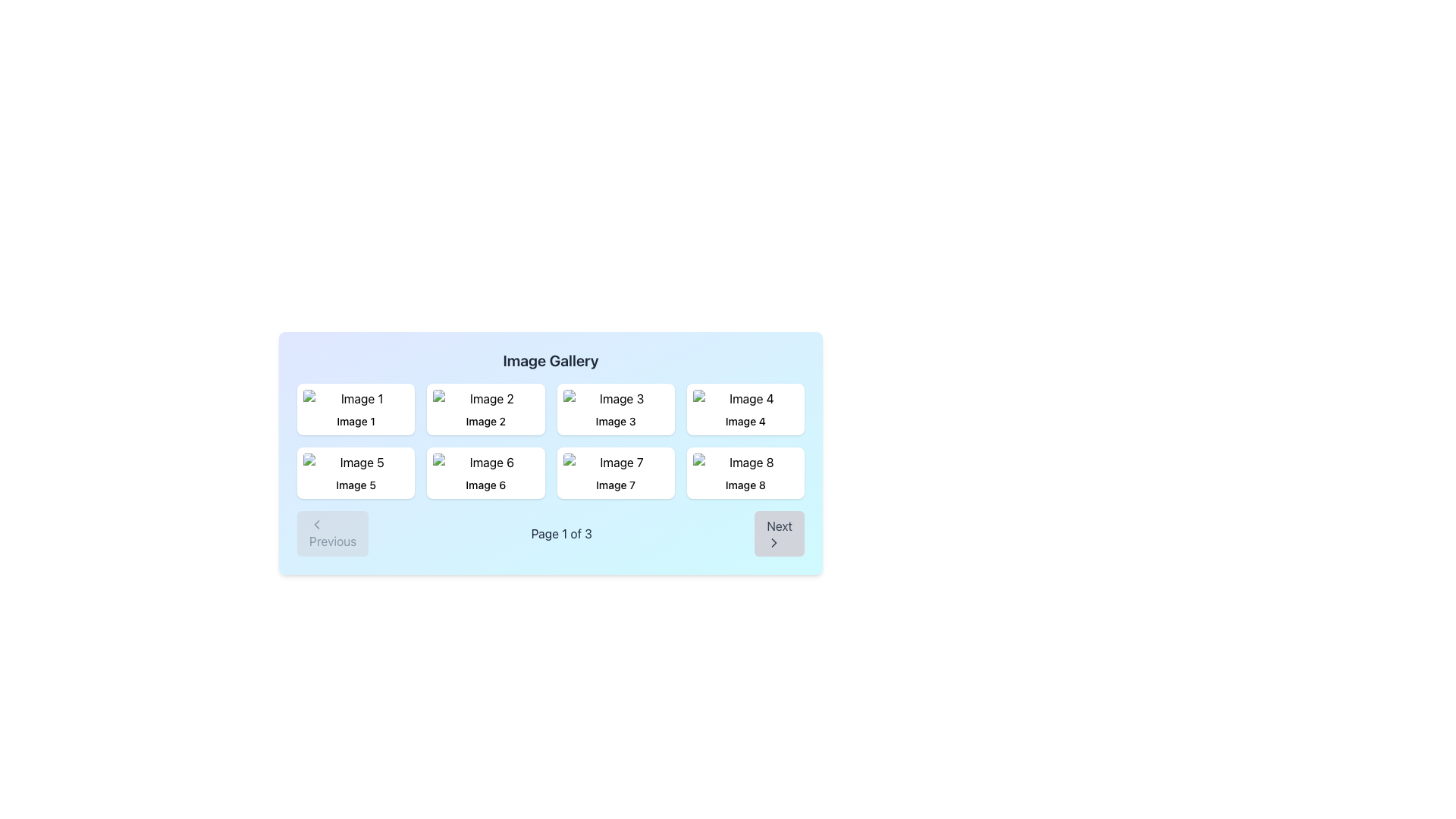 Image resolution: width=1456 pixels, height=819 pixels. I want to click on the right-facing chevron icon within the 'Next' button located at the bottom right corner of the interface, which indicates the 'Next' option for navigating through pages, so click(774, 542).